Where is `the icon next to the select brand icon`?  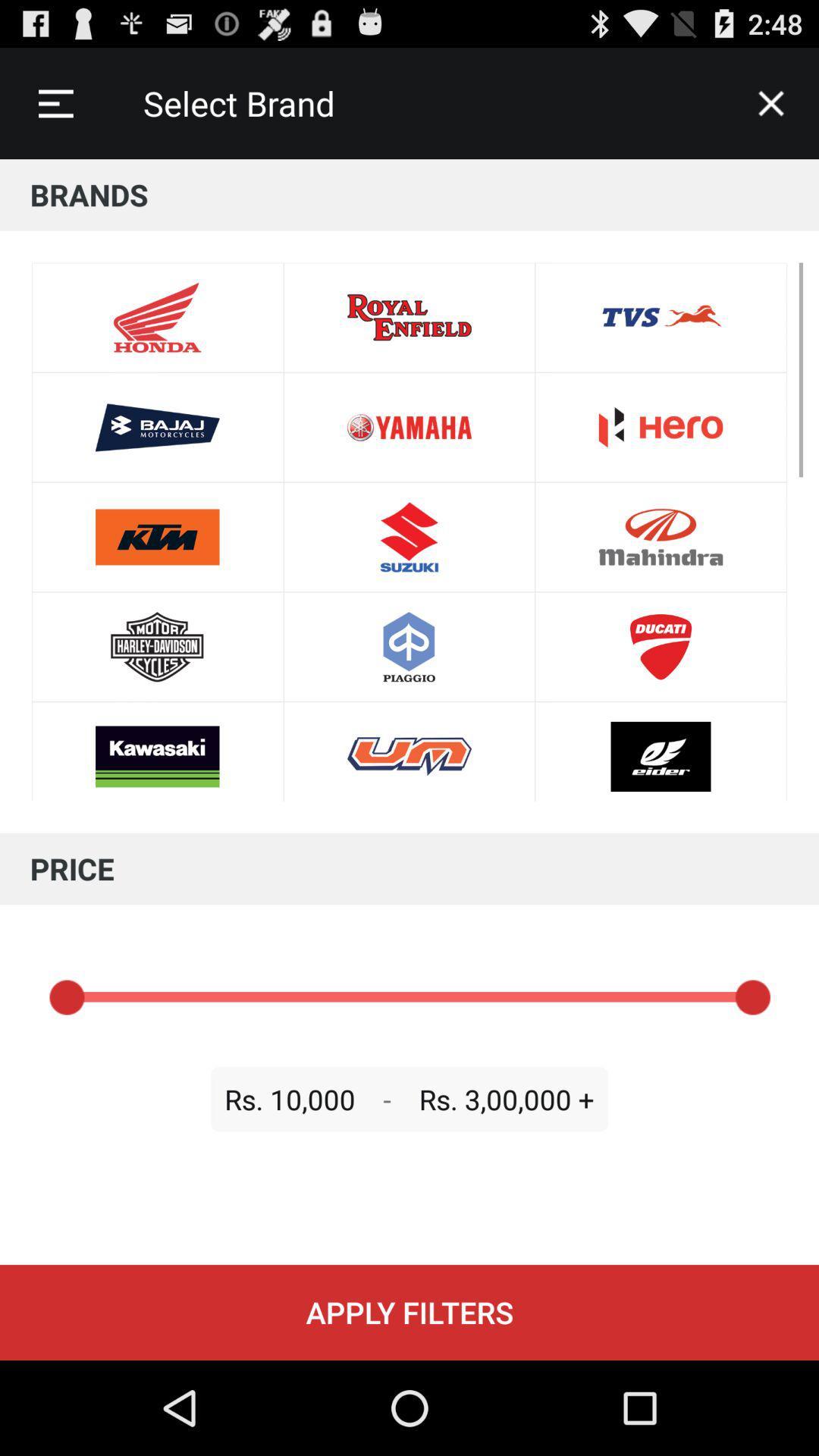 the icon next to the select brand icon is located at coordinates (771, 102).